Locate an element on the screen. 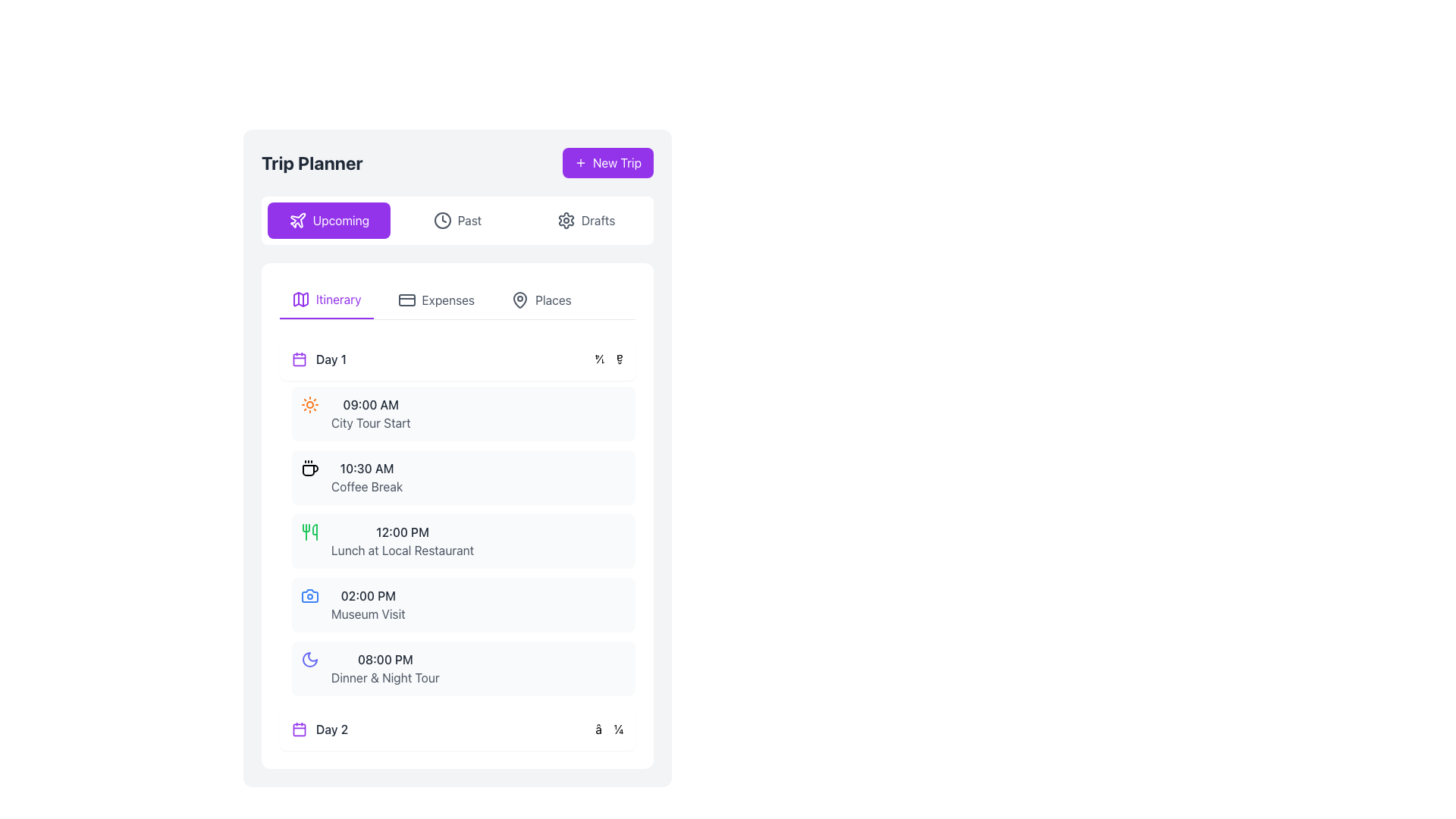  the Text Label displaying the start time of an event or activity in the itinerary, positioned above 'Dinner & Night Tour' in the bottom section of the itinerary list under Day 1 is located at coordinates (385, 659).